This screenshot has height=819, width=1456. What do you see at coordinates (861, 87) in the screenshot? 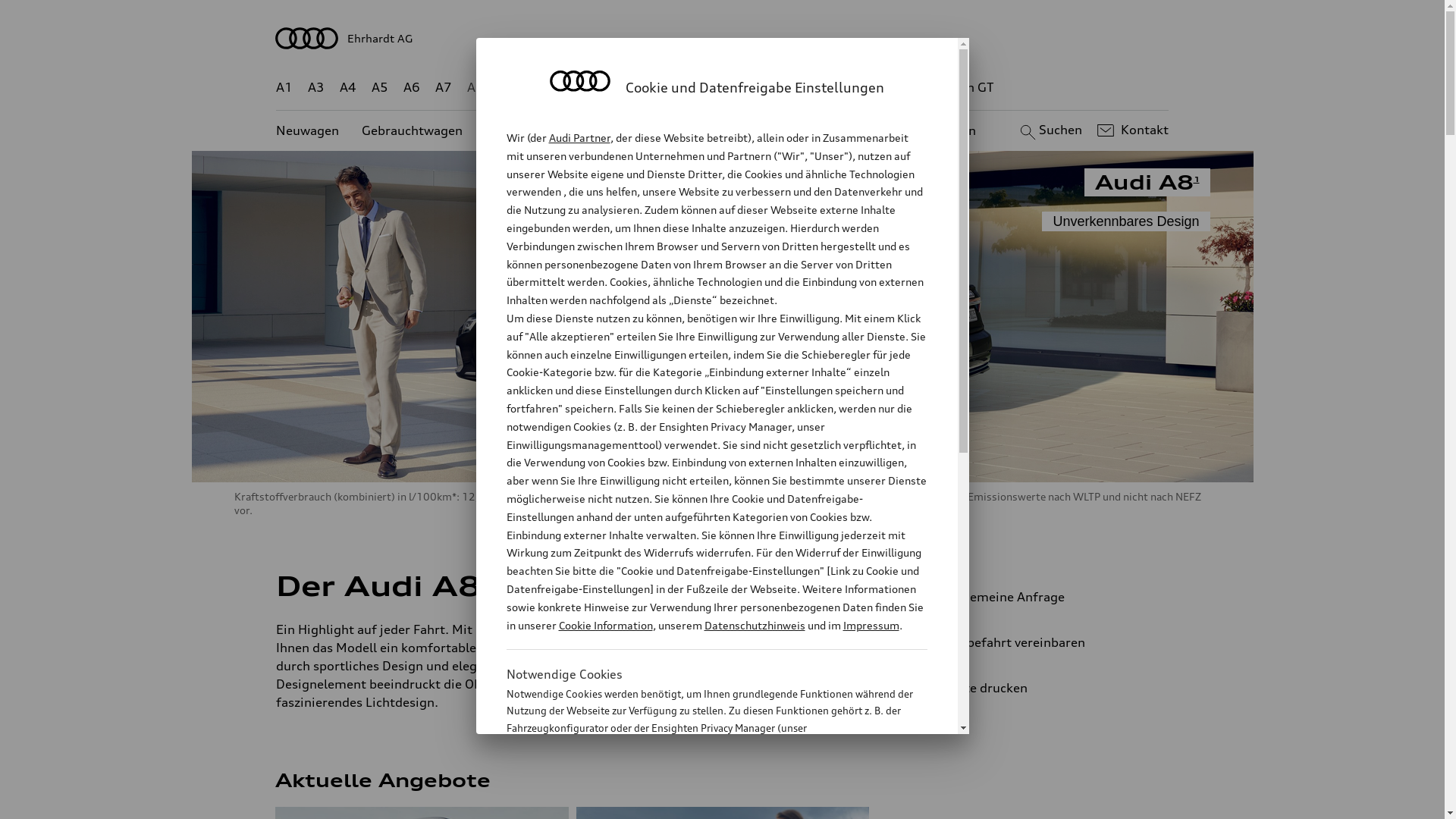
I see `'RS'` at bounding box center [861, 87].